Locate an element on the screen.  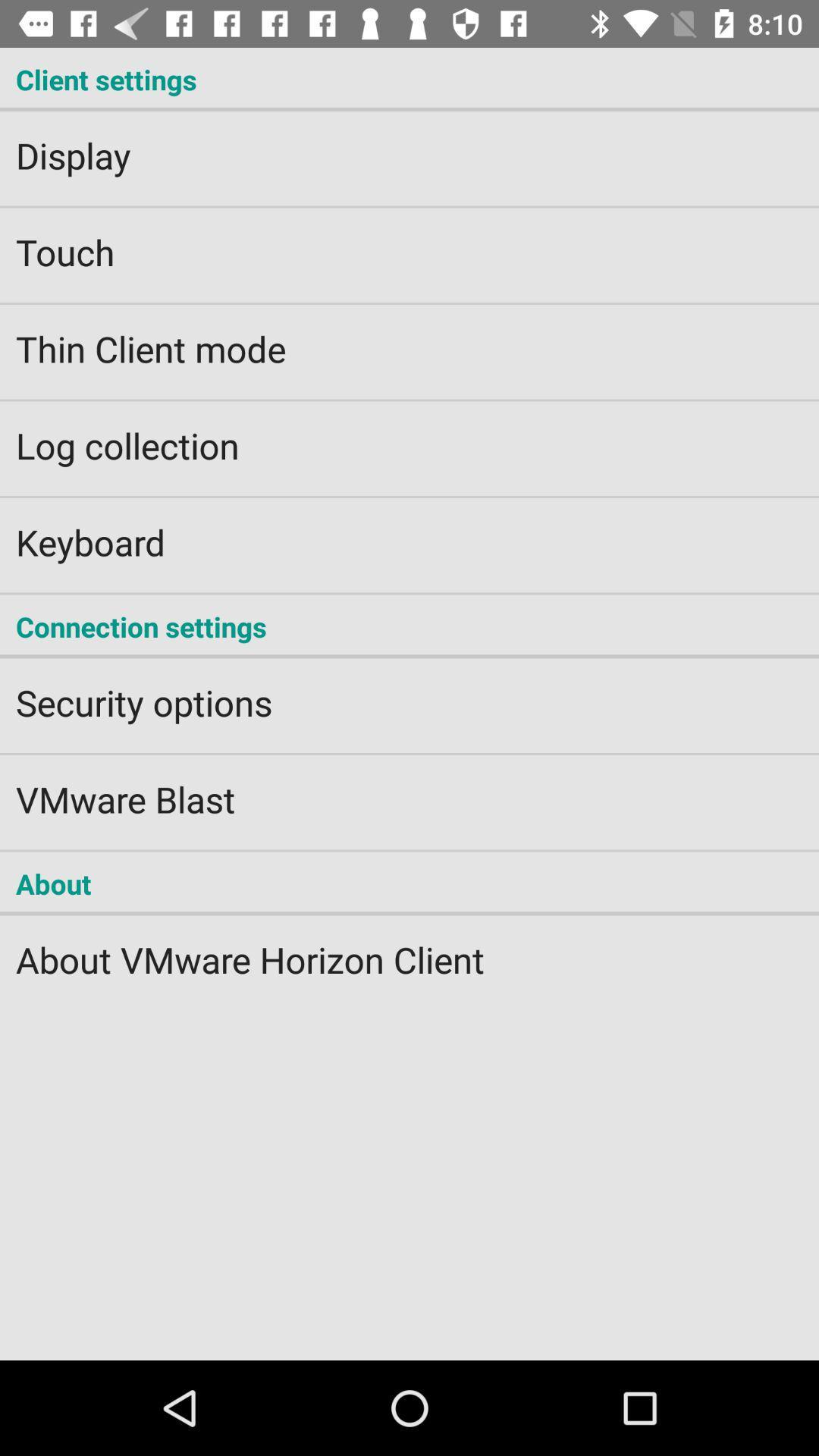
the about vmware horizon item is located at coordinates (409, 949).